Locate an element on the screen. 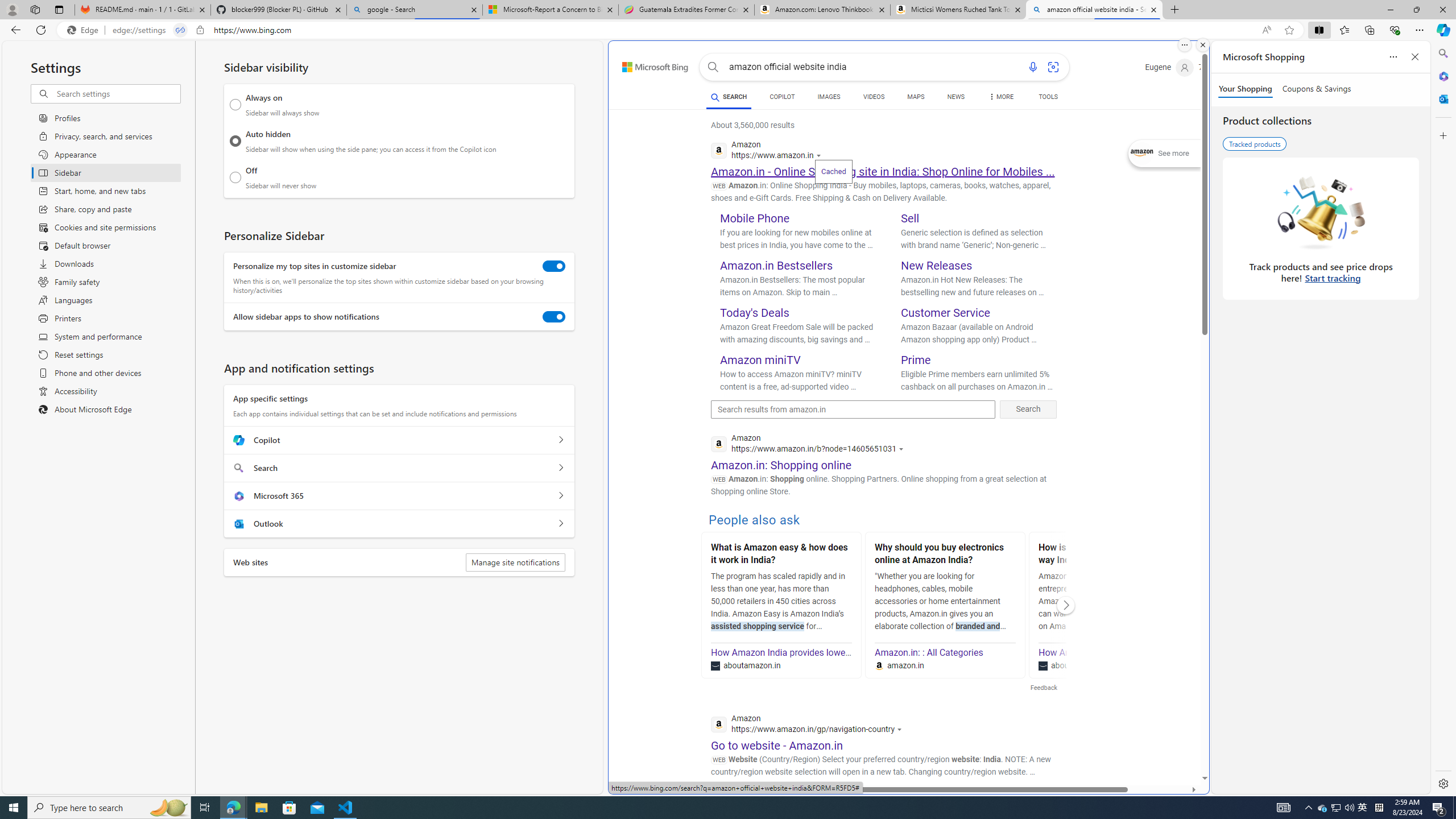 The width and height of the screenshot is (1456, 819). 'New Tab' is located at coordinates (1174, 9).